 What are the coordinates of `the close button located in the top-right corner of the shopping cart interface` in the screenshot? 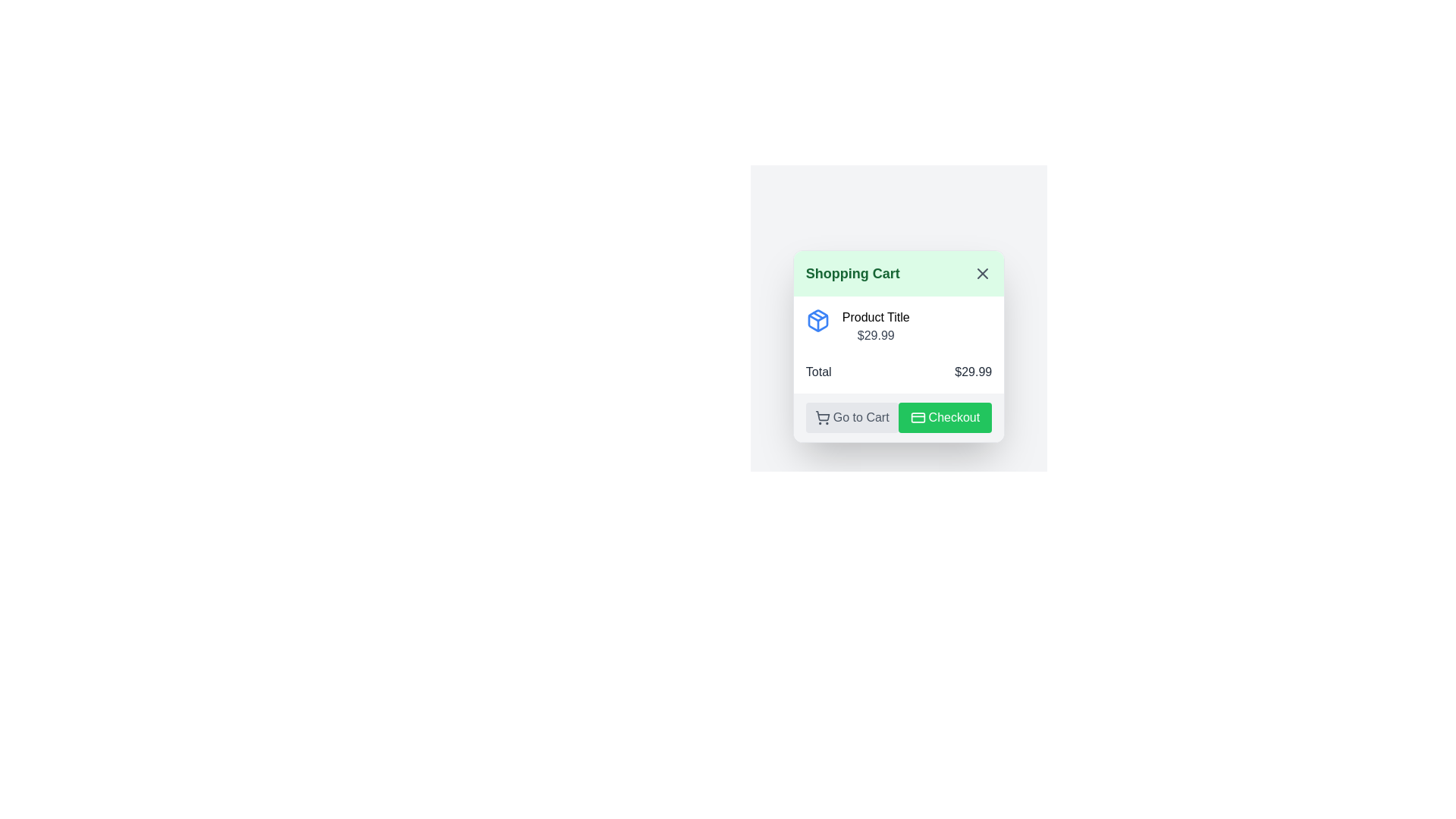 It's located at (983, 274).